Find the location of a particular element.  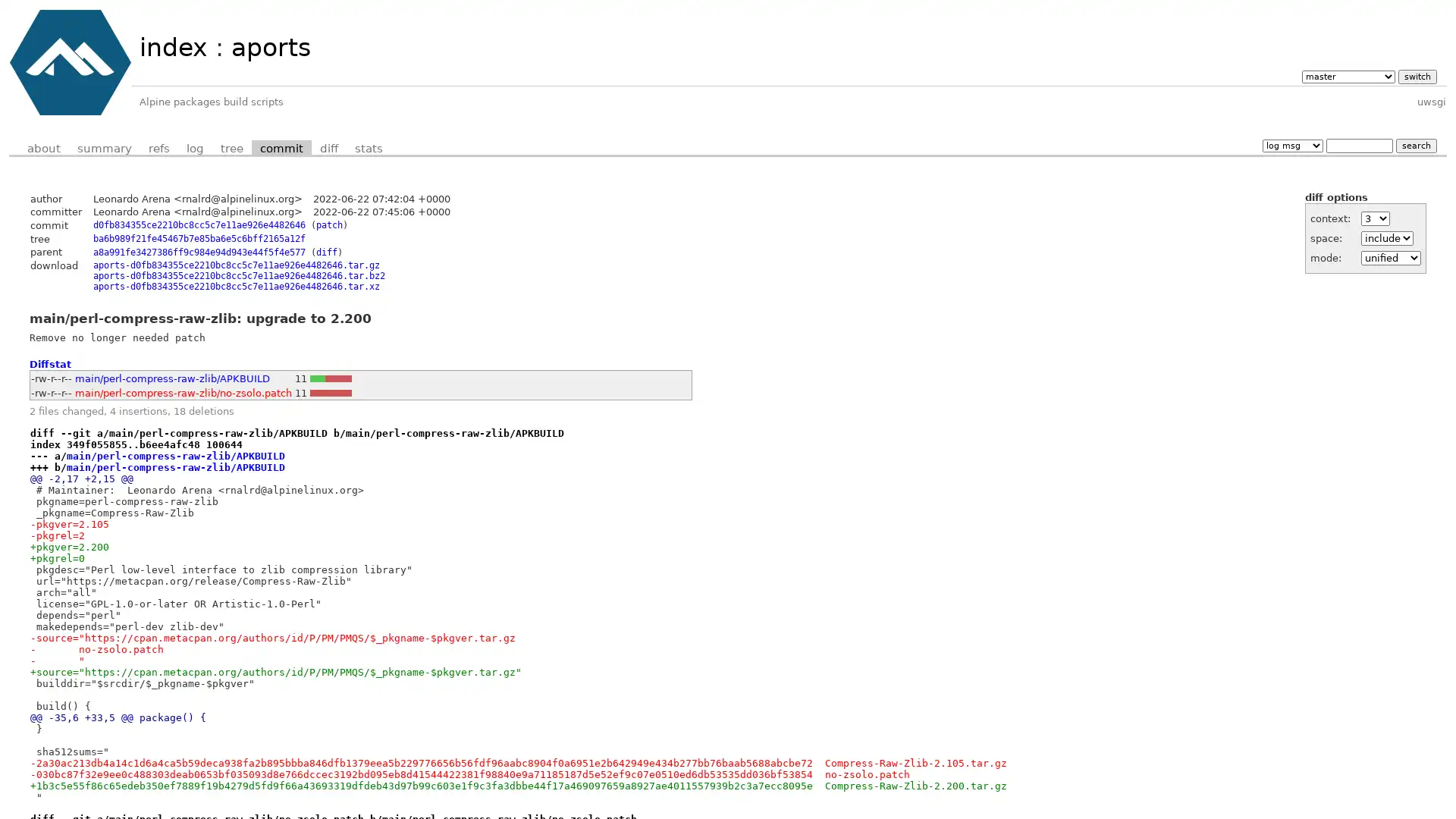

switch is located at coordinates (1416, 76).